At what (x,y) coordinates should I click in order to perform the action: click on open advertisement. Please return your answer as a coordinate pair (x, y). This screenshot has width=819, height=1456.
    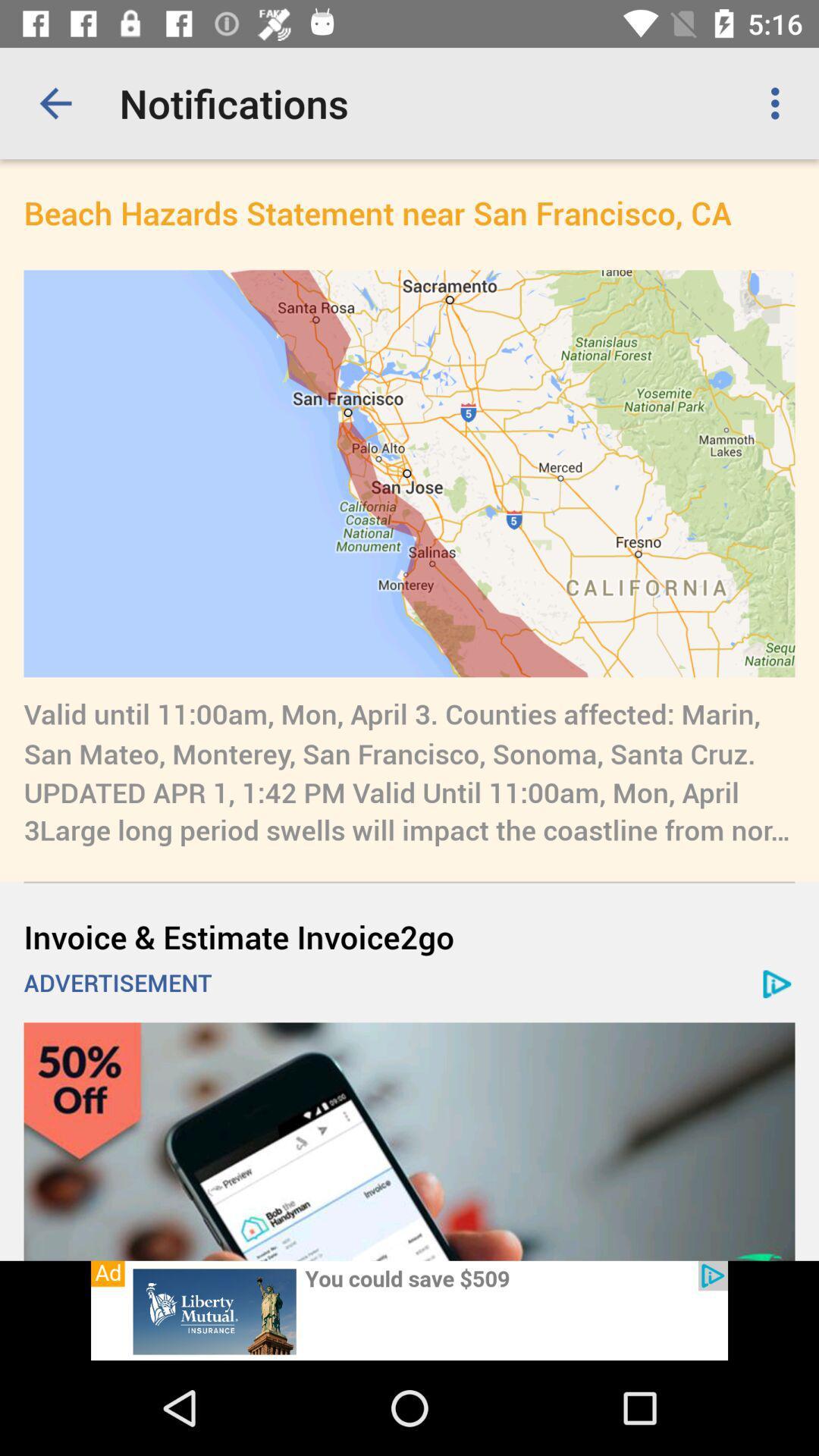
    Looking at the image, I should click on (409, 1141).